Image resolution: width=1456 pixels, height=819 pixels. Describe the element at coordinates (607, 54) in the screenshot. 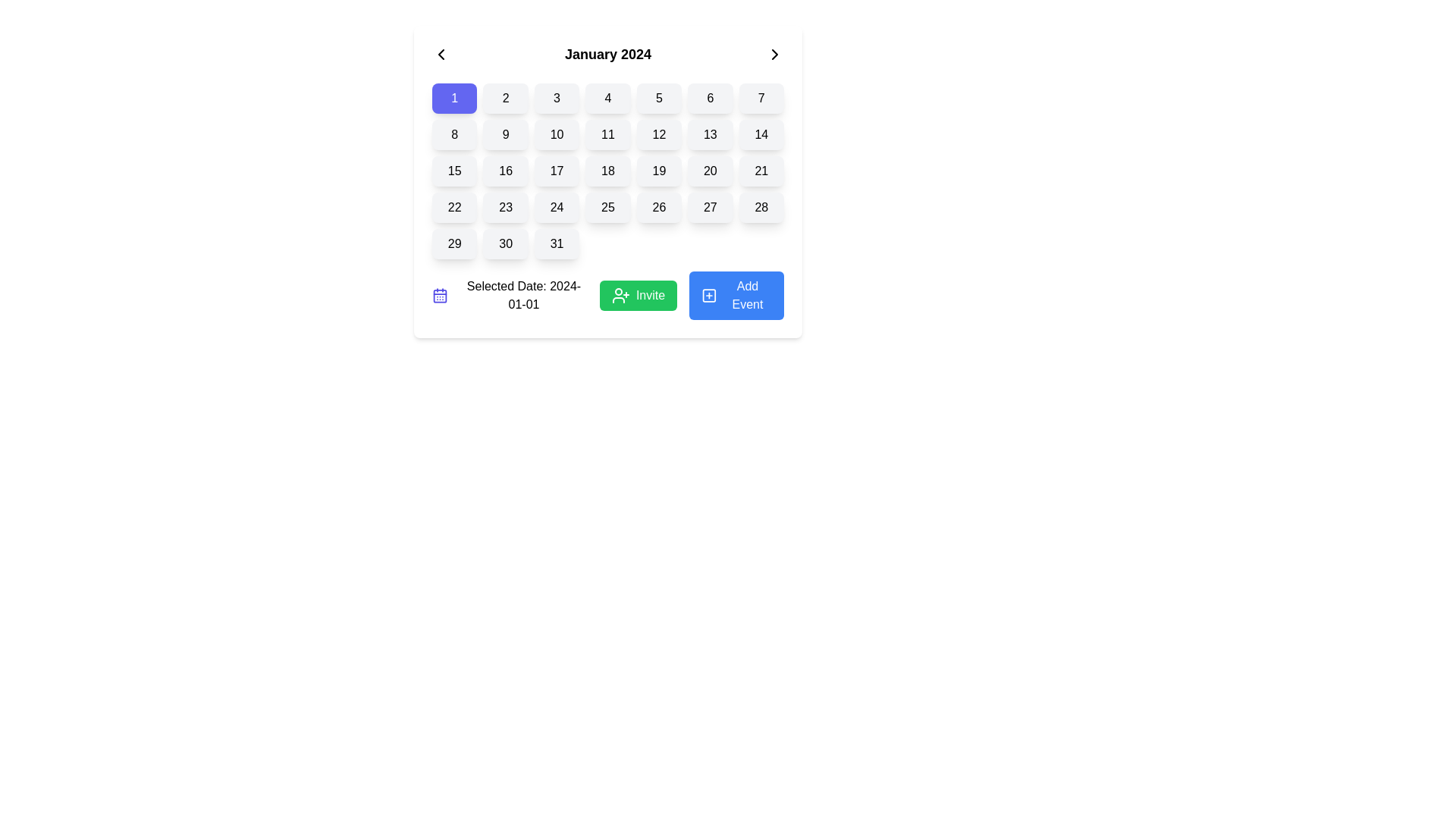

I see `the non-interactive Text Label that indicates the currently displayed month and year of the calendar, located at the top center of the calendar interface` at that location.